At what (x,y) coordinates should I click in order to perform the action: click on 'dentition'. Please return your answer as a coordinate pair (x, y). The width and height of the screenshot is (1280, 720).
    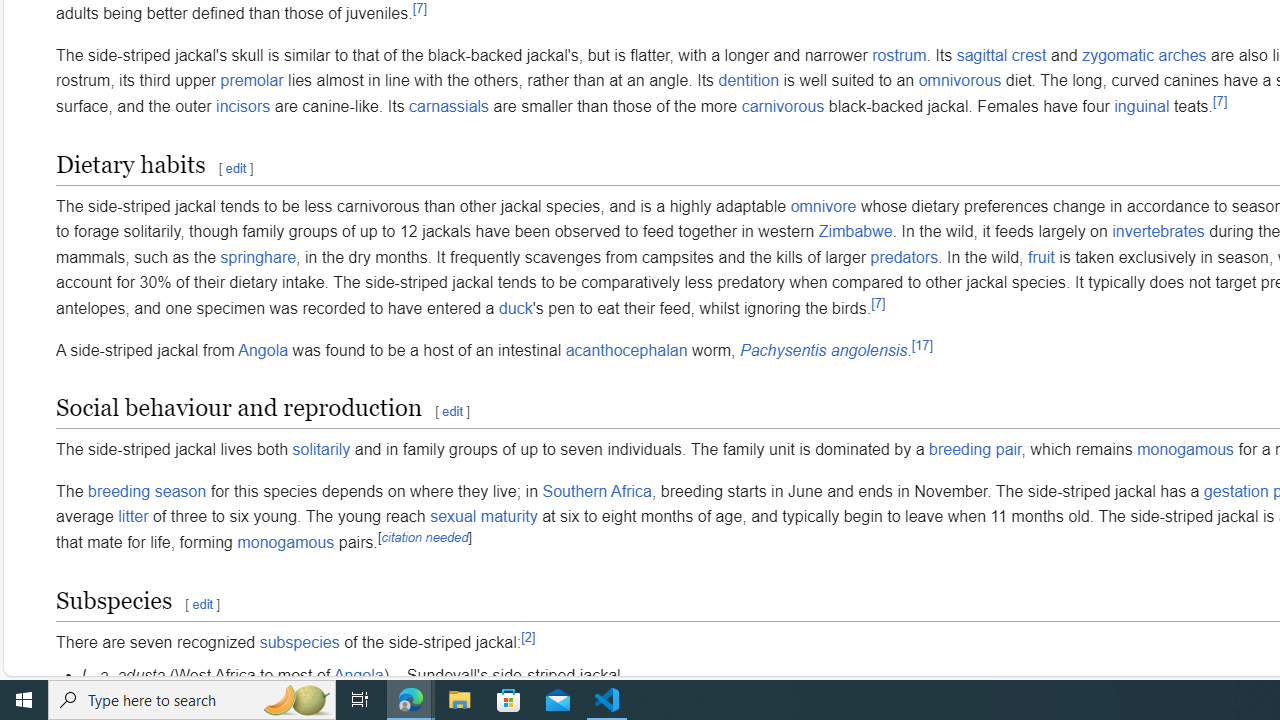
    Looking at the image, I should click on (747, 80).